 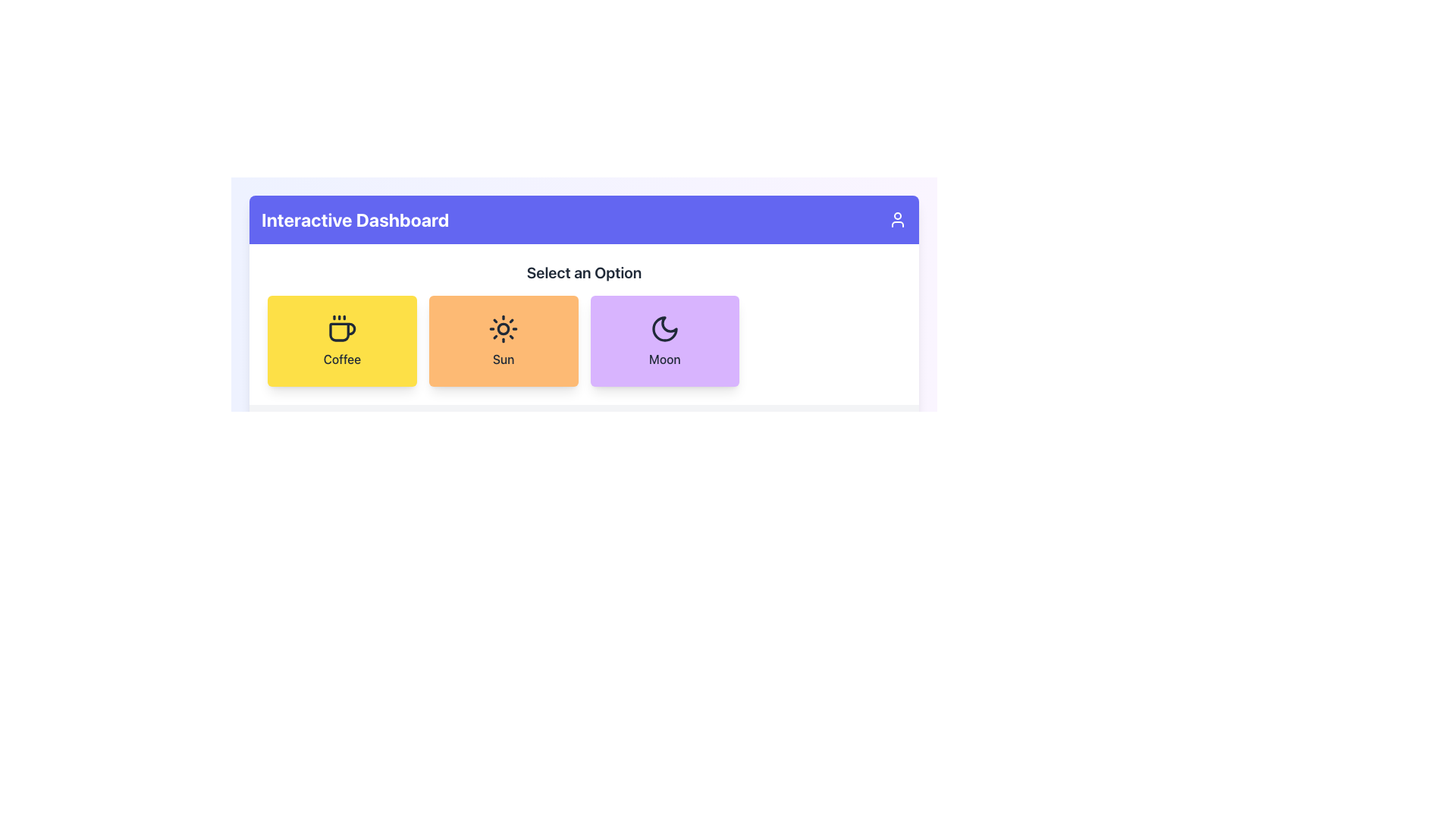 I want to click on the 'Moon' button, which is the third button from the left, featuring a lavender background and a crescent moon icon above the text label 'Moon', so click(x=664, y=341).